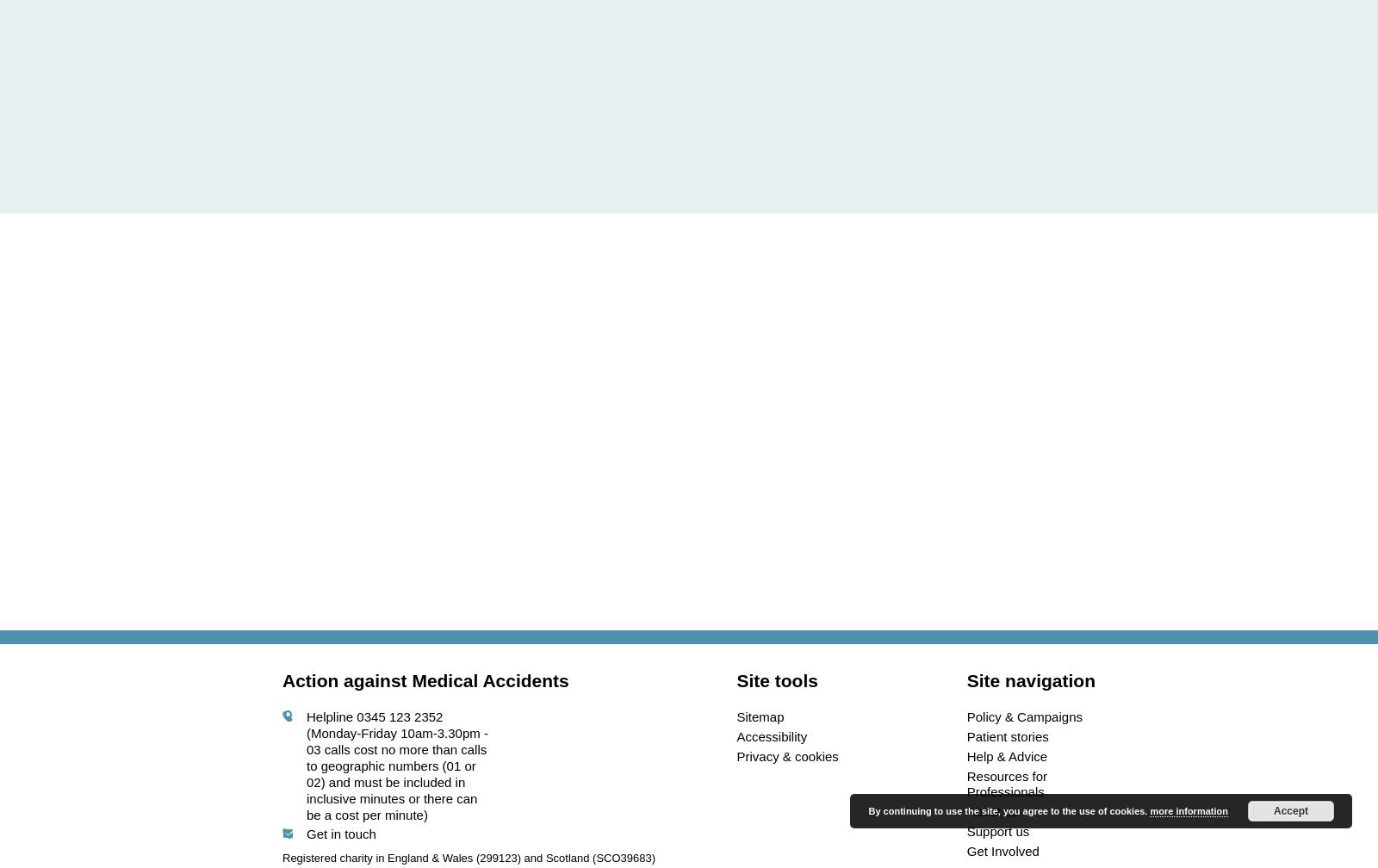 The width and height of the screenshot is (1378, 868). I want to click on 'About us', so click(991, 811).